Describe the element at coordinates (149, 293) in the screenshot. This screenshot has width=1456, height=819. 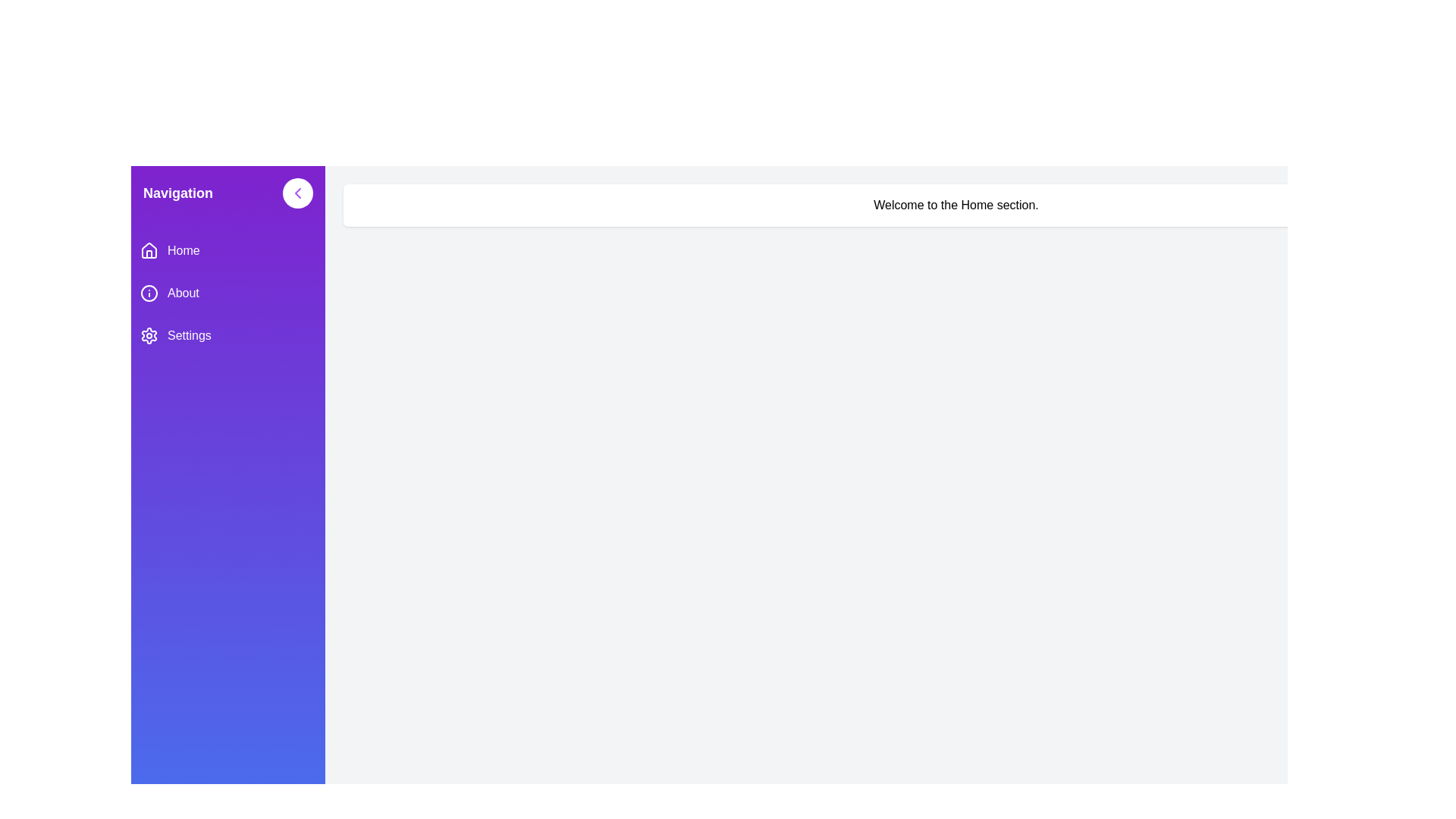
I see `the SVG Circle that serves as the decorative background for the 'About' navigation item in the left sidebar, positioned between the 'Home' icon above and the 'Settings' icon below` at that location.